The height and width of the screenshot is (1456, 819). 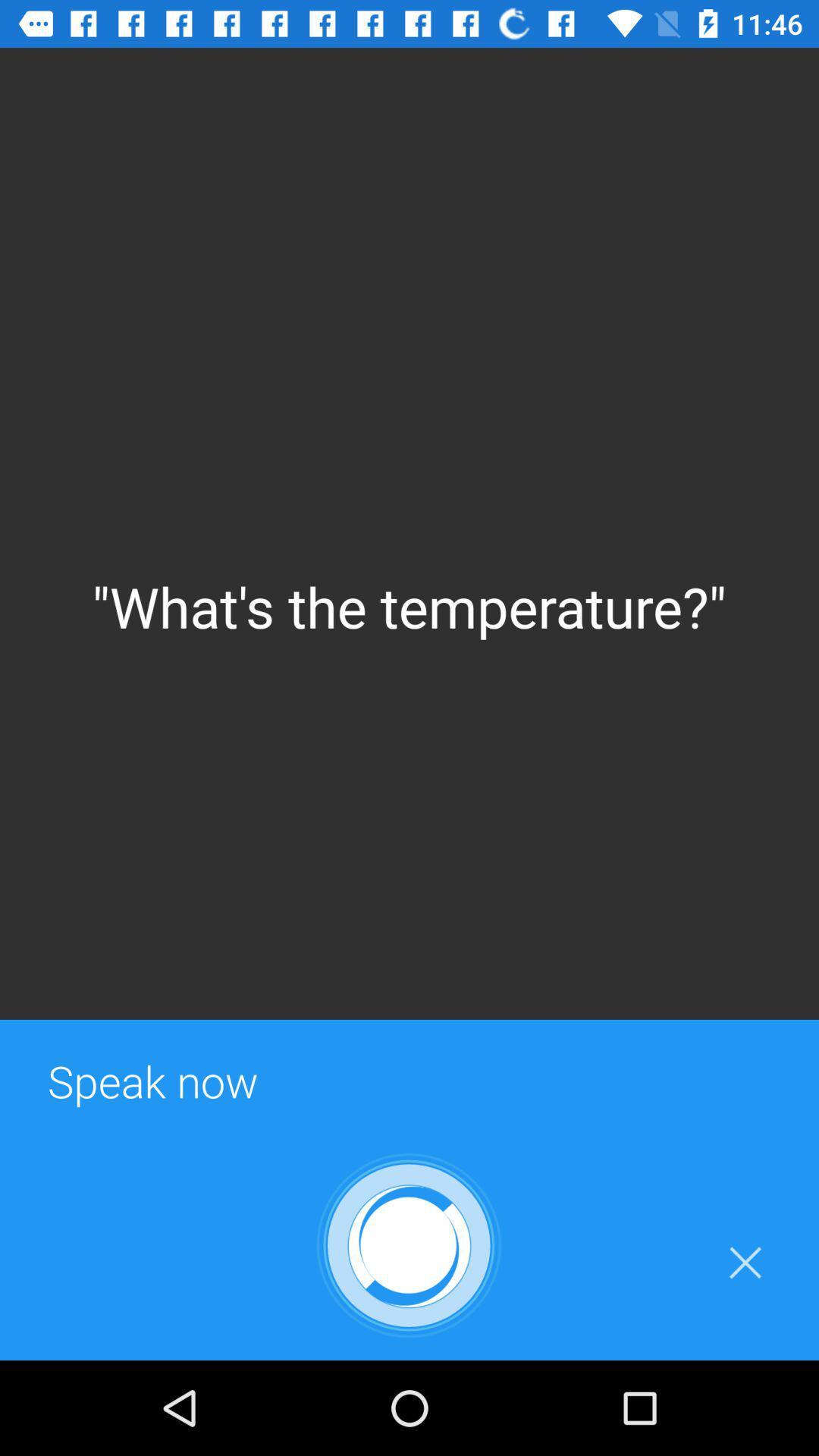 I want to click on the item below the speak now item, so click(x=408, y=1245).